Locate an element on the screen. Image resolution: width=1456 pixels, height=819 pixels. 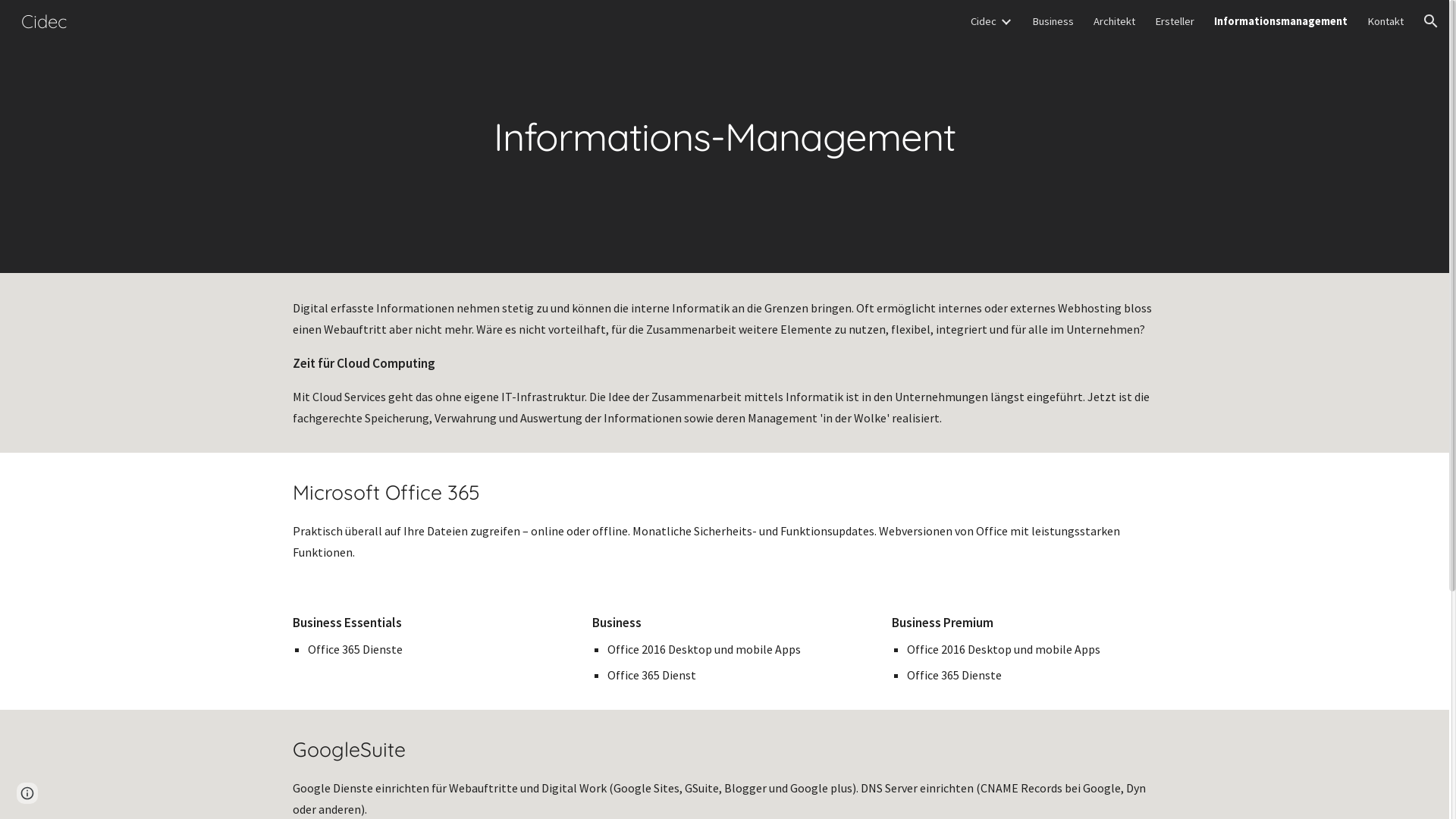
'Business' is located at coordinates (1031, 20).